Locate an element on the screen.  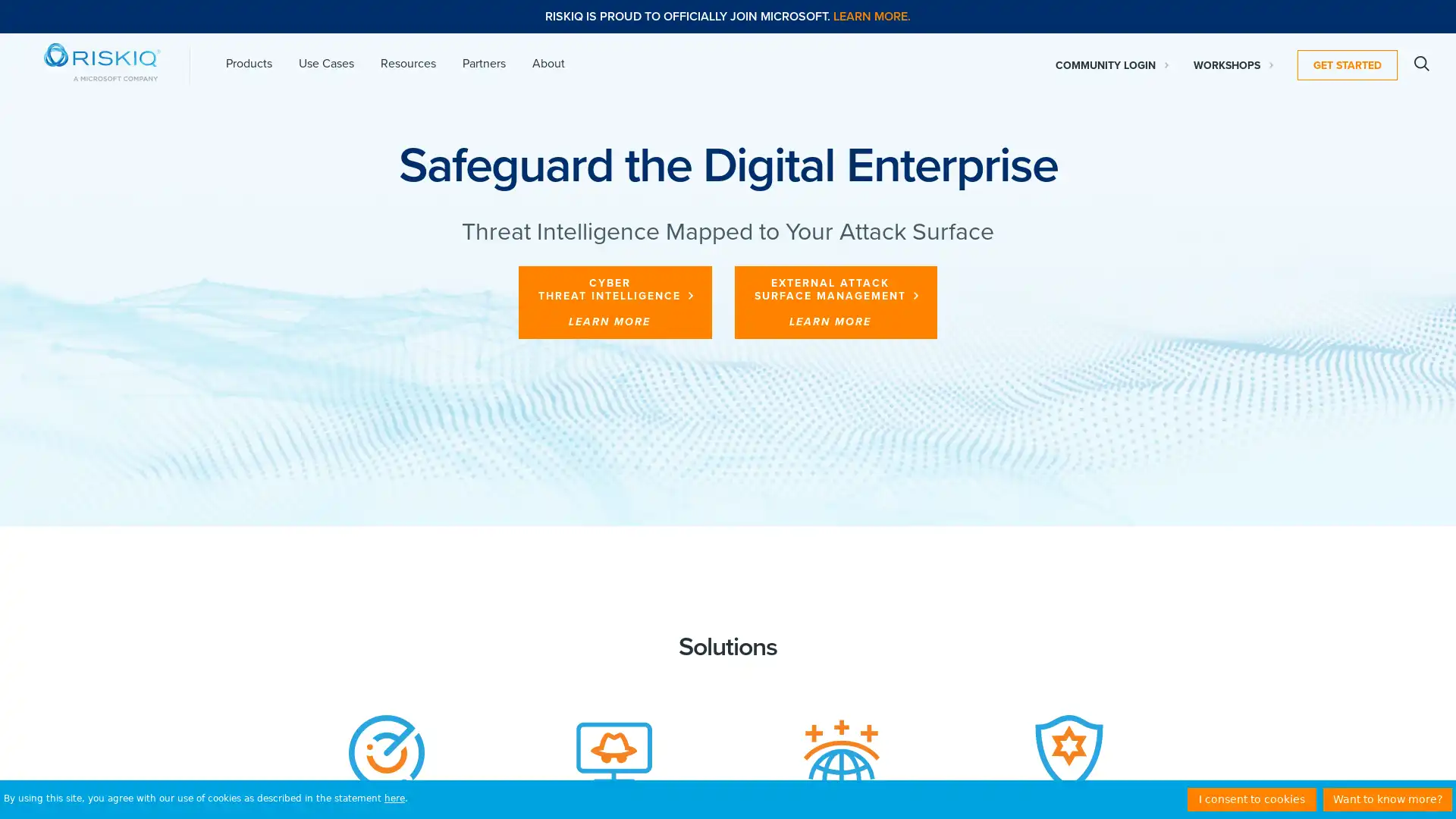
I consent to cookies is located at coordinates (1252, 799).